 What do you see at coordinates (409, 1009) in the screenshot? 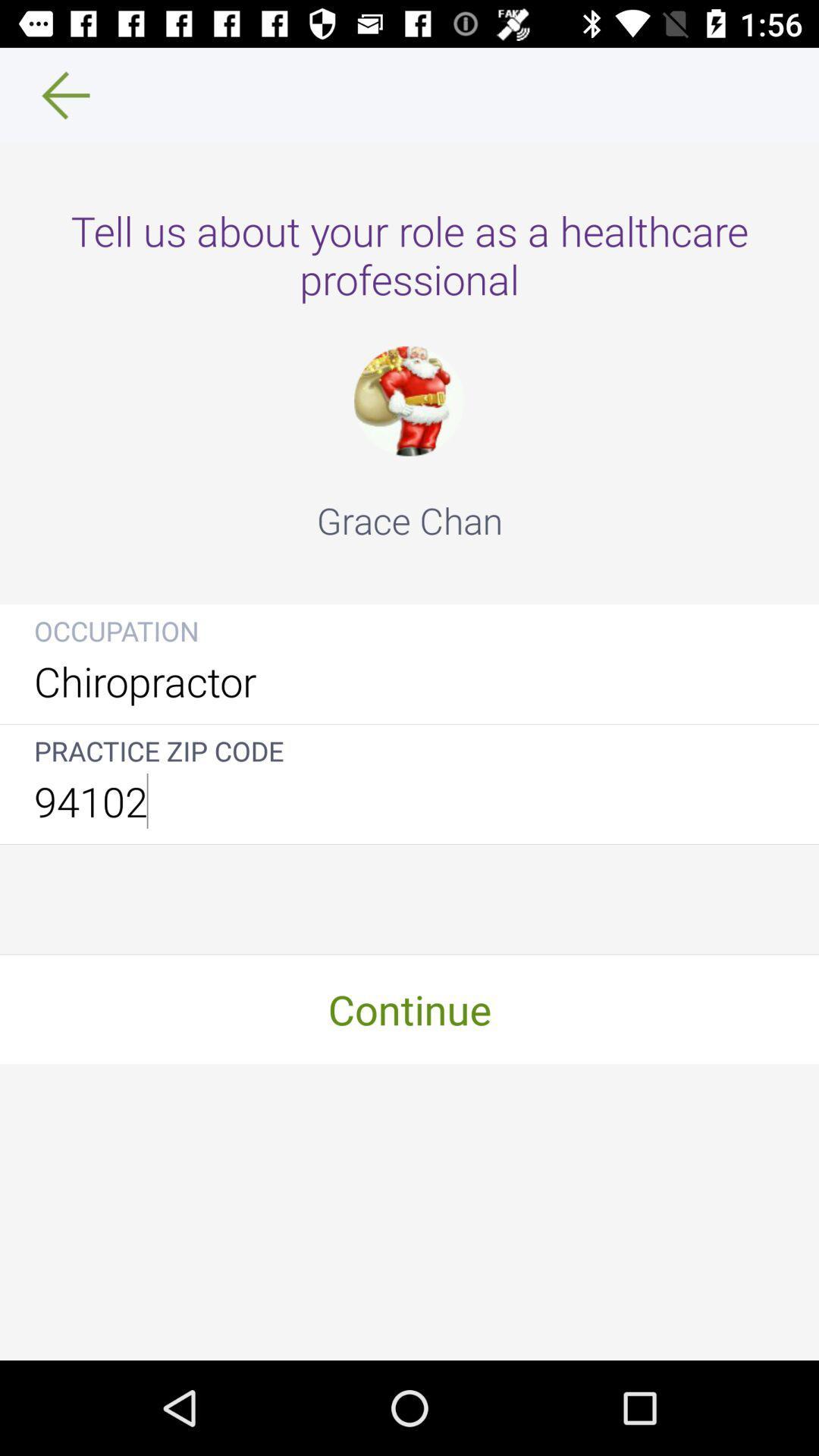
I see `continue` at bounding box center [409, 1009].